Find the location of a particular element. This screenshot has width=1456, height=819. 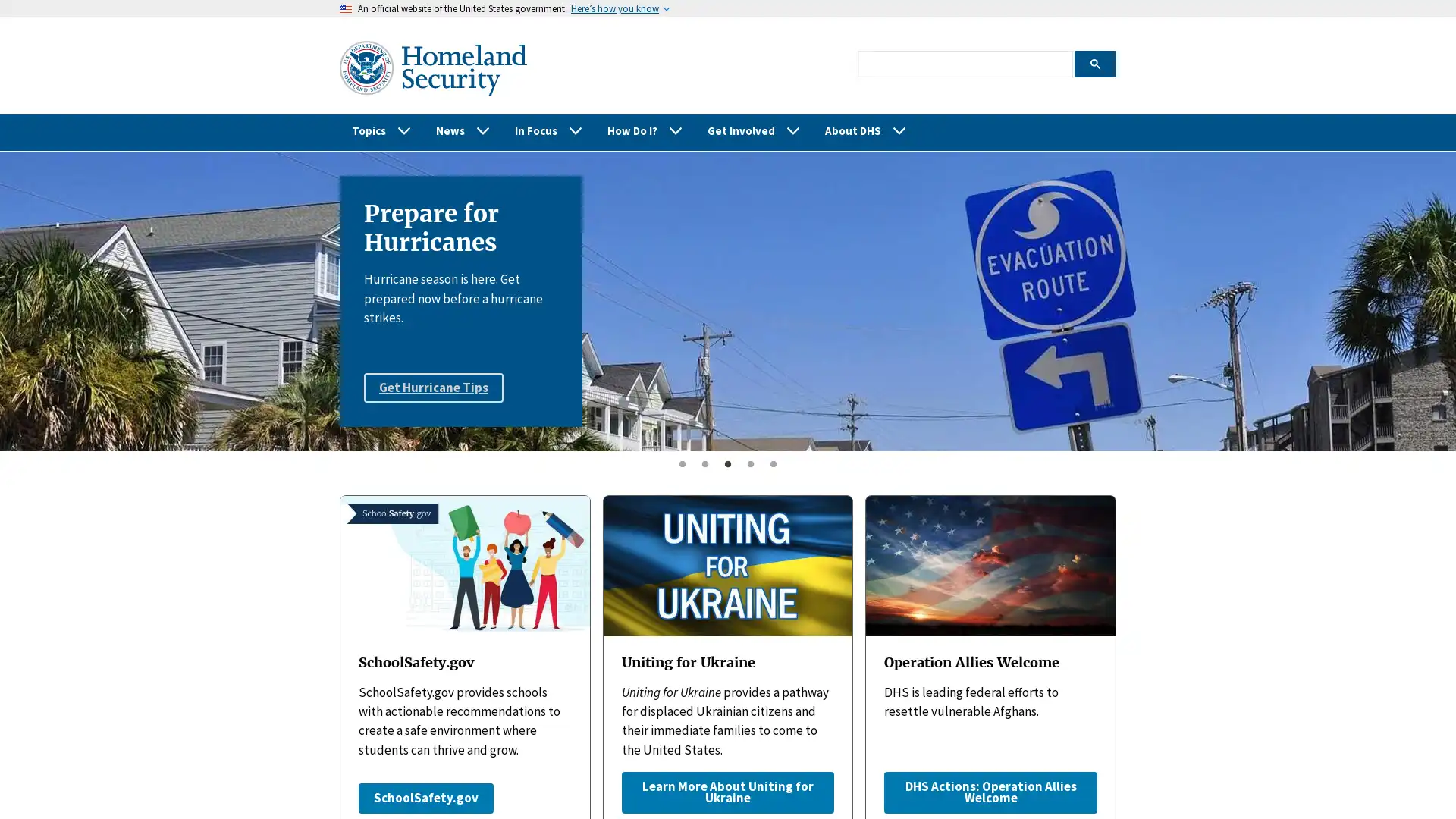

News is located at coordinates (462, 130).